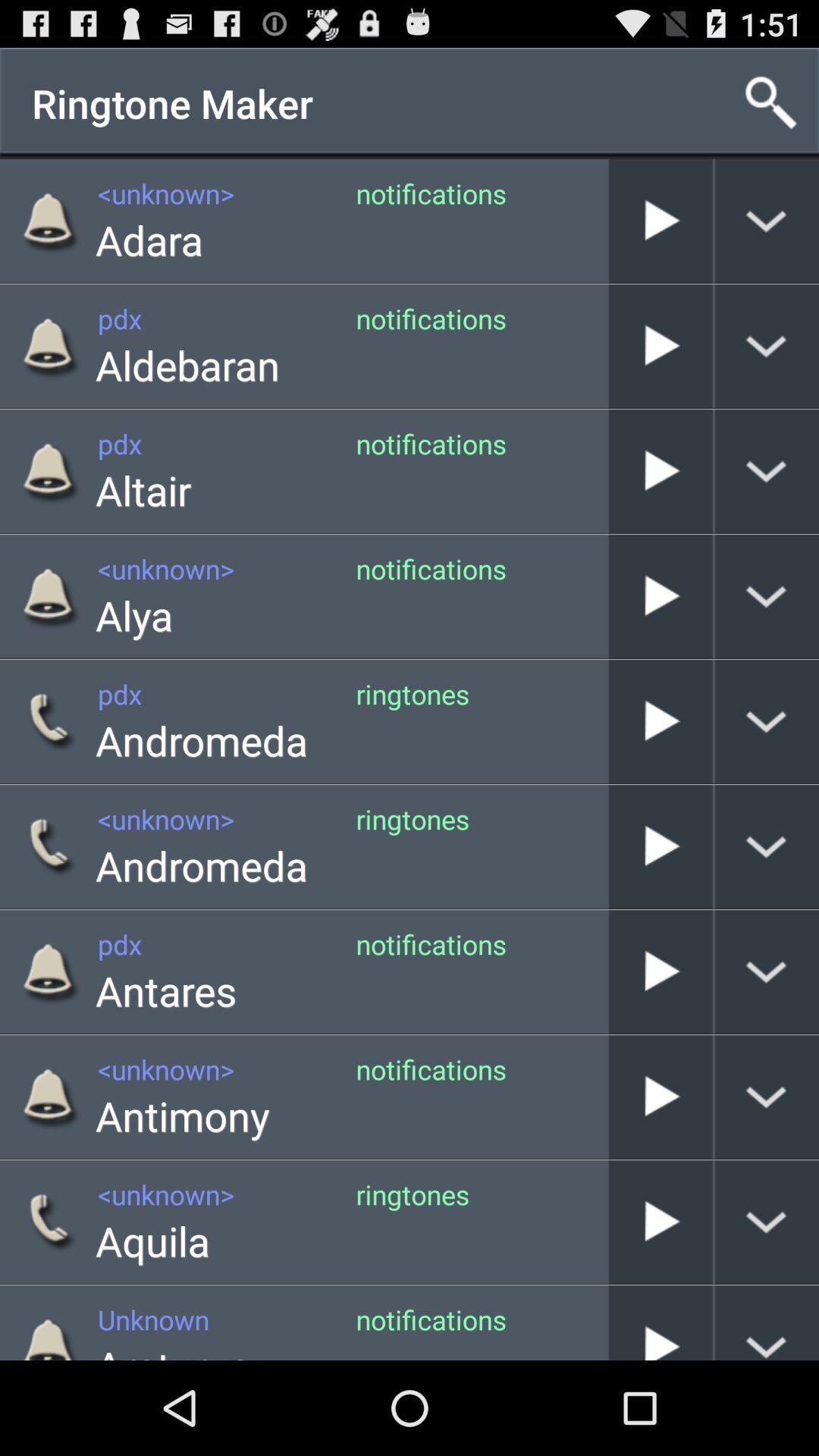 The width and height of the screenshot is (819, 1456). I want to click on play, so click(660, 345).